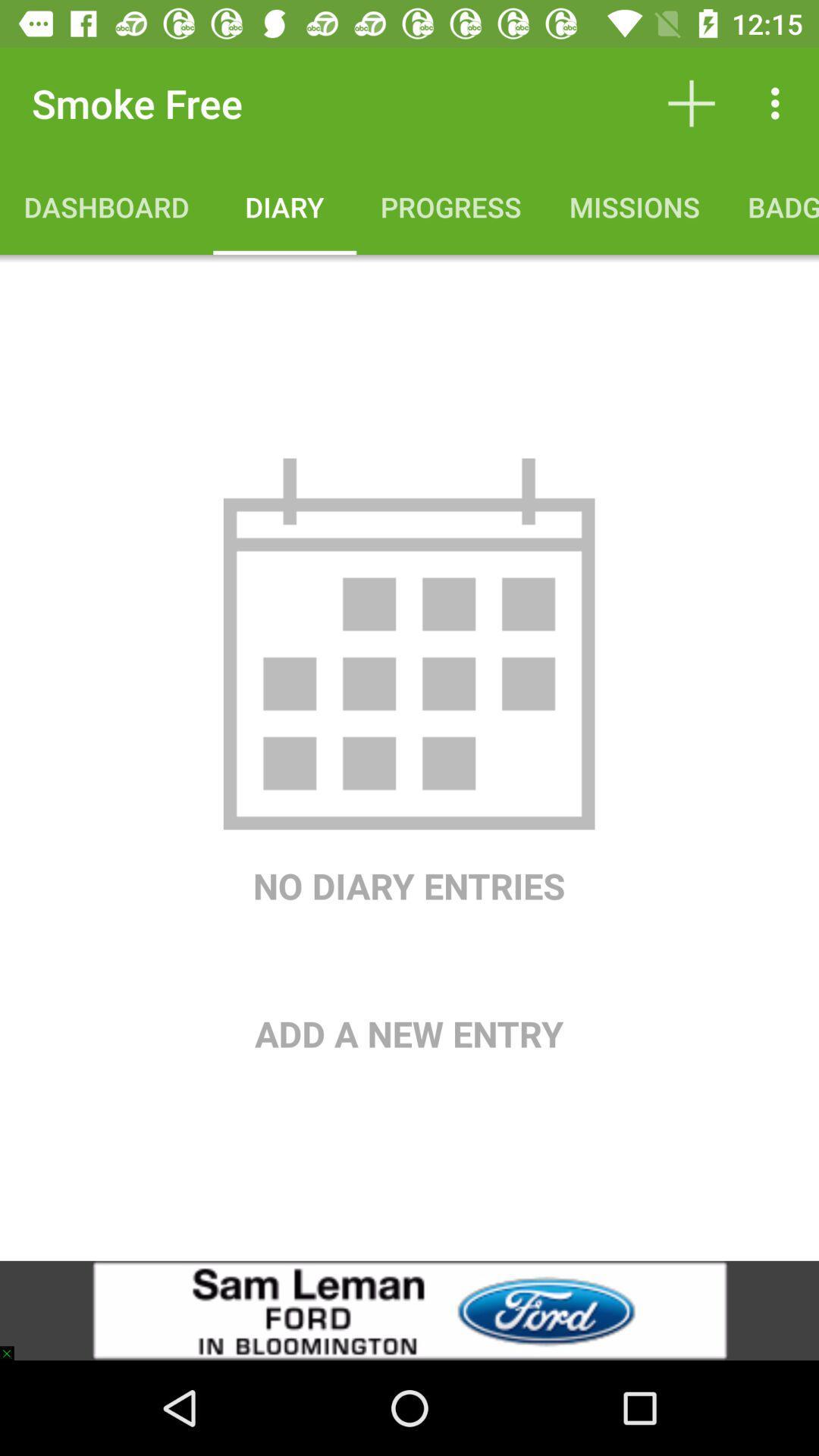 The height and width of the screenshot is (1456, 819). What do you see at coordinates (14, 1346) in the screenshot?
I see `the item at the bottom left corner` at bounding box center [14, 1346].